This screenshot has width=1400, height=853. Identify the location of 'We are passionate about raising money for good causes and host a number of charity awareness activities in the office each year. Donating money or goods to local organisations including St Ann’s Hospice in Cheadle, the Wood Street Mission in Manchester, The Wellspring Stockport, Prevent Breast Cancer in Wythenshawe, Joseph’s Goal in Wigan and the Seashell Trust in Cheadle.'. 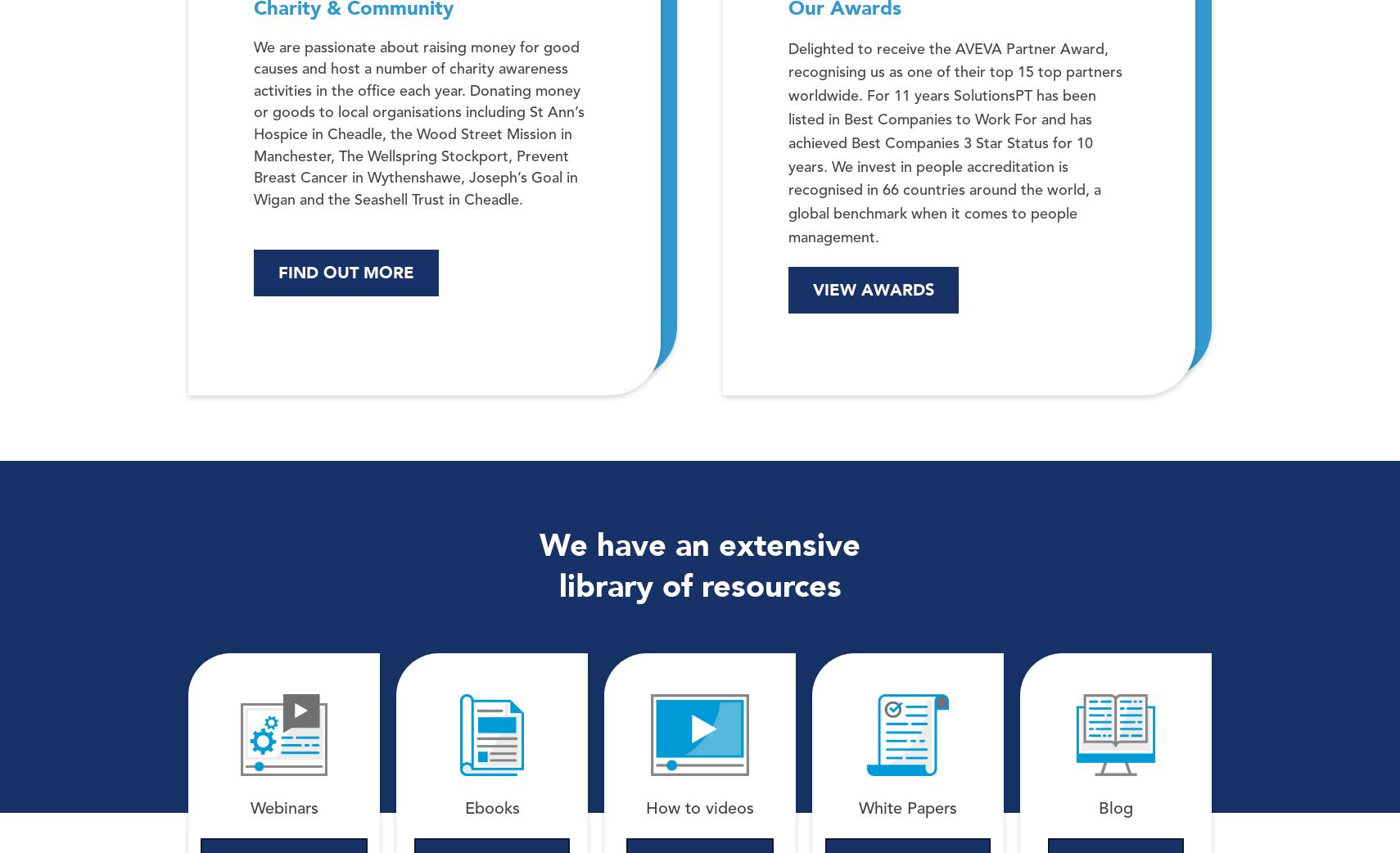
(418, 123).